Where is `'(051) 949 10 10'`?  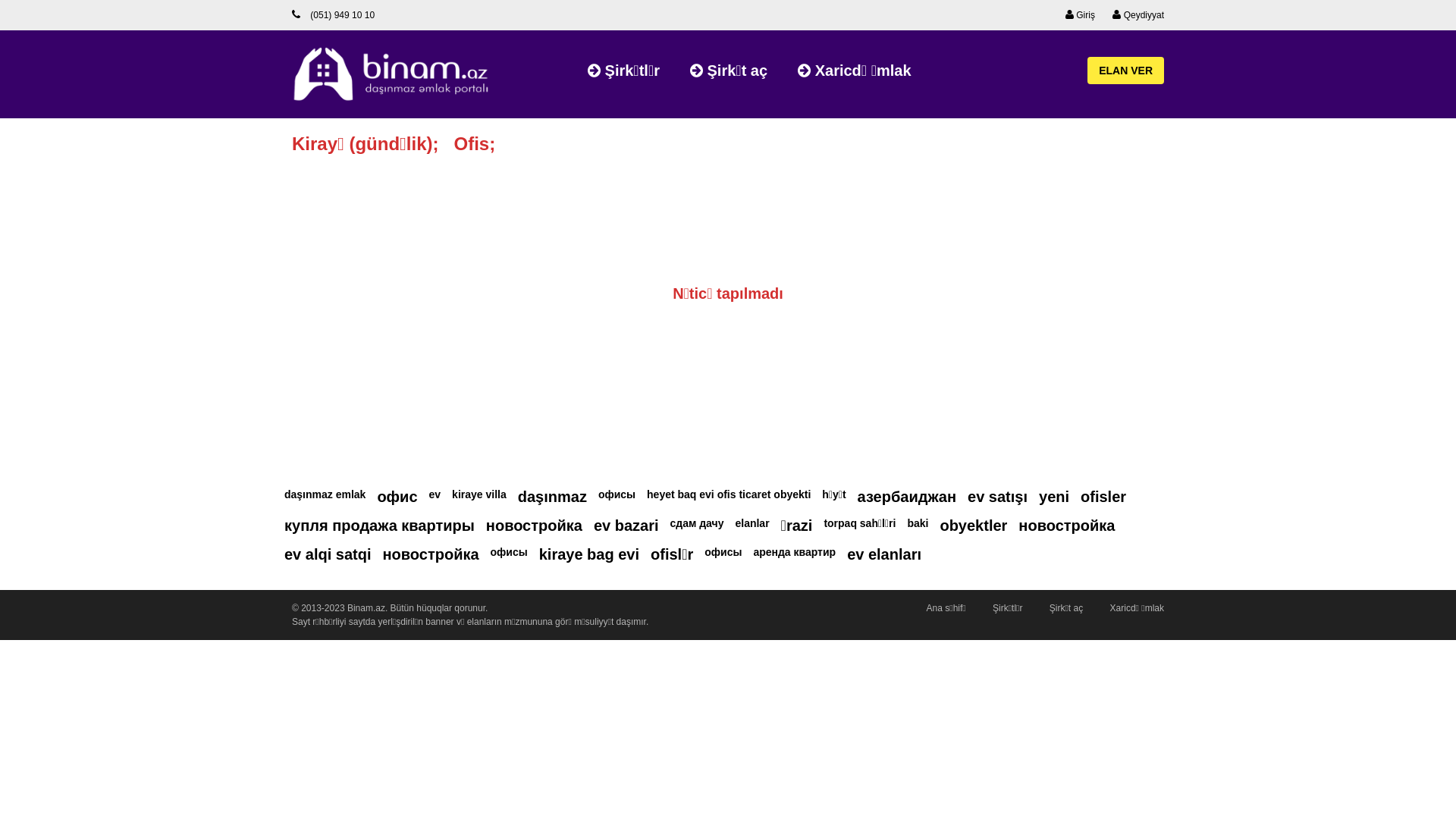
'(051) 949 10 10' is located at coordinates (332, 14).